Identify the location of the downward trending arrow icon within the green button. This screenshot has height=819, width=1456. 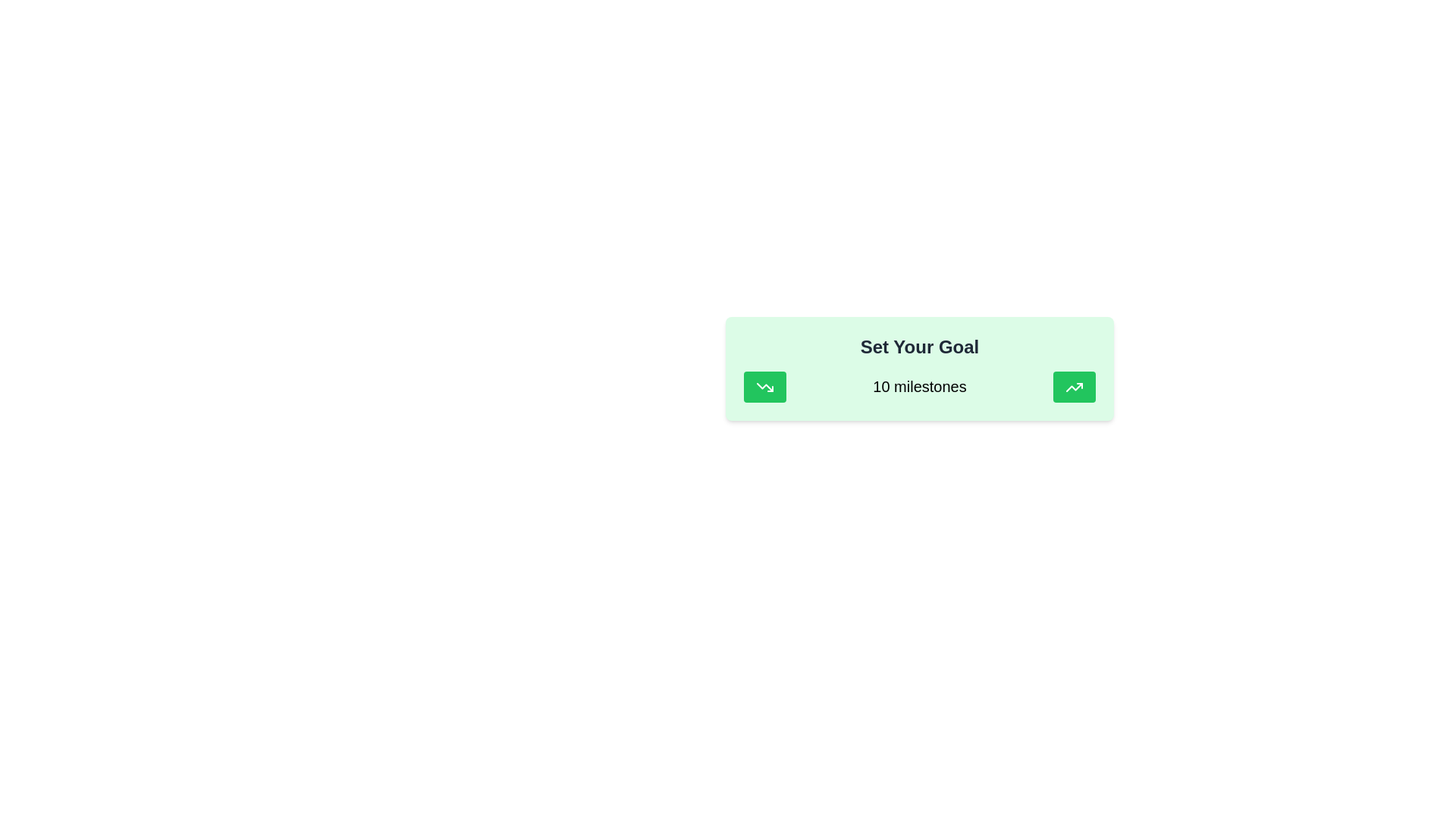
(764, 385).